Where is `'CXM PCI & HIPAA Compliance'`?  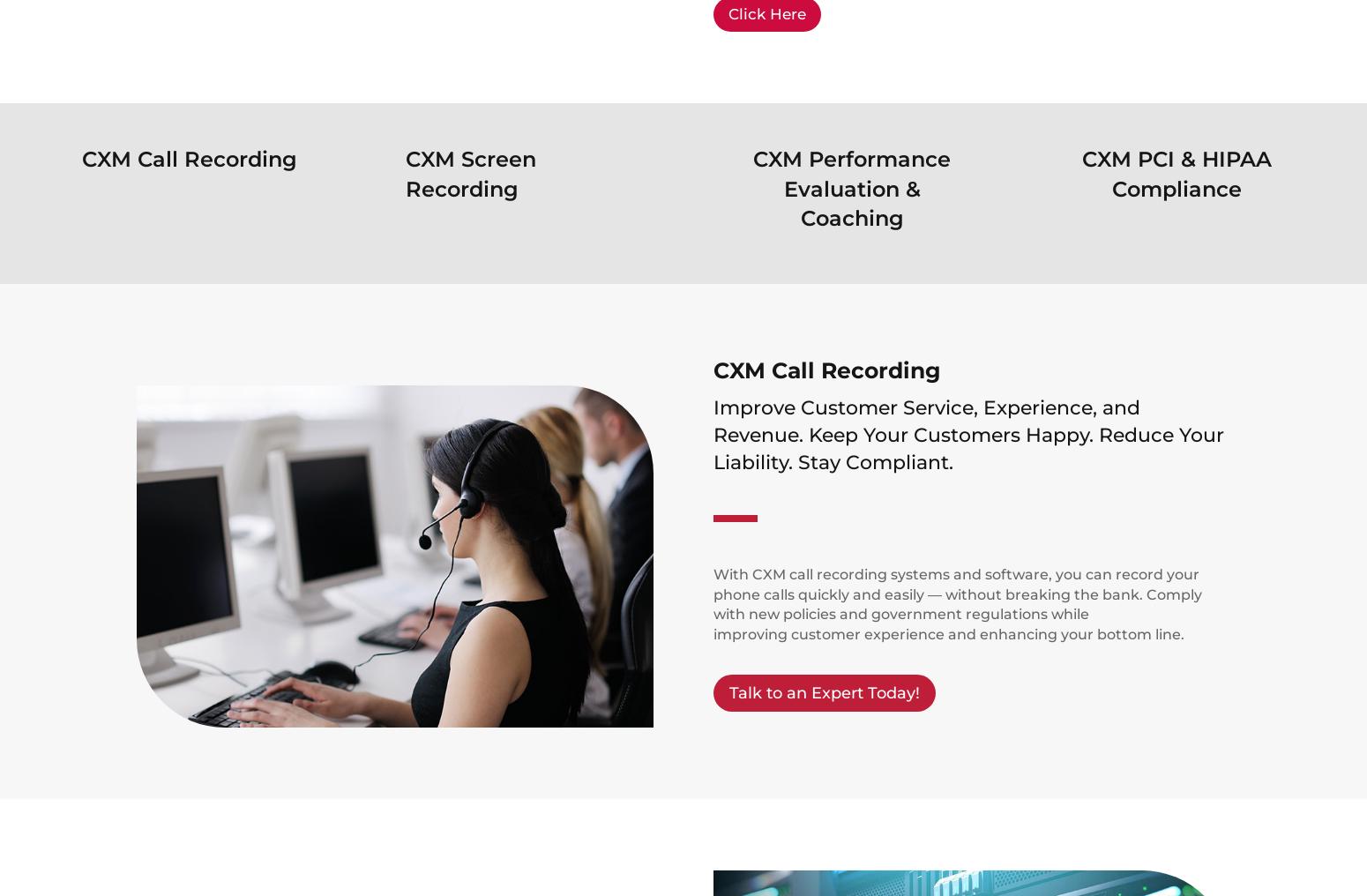
'CXM PCI & HIPAA Compliance' is located at coordinates (1081, 174).